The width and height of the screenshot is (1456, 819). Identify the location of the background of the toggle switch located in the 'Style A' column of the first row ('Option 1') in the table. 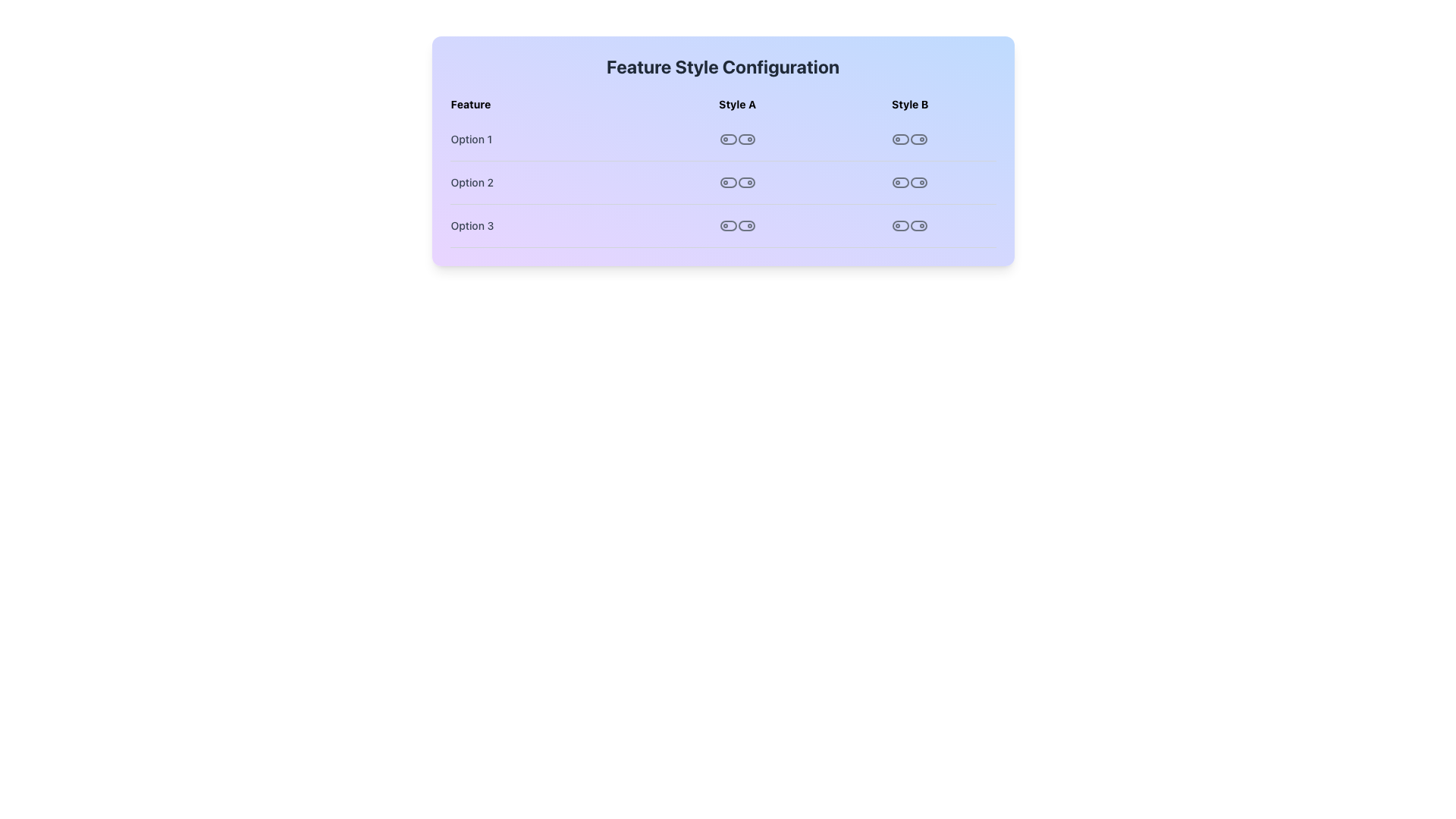
(728, 140).